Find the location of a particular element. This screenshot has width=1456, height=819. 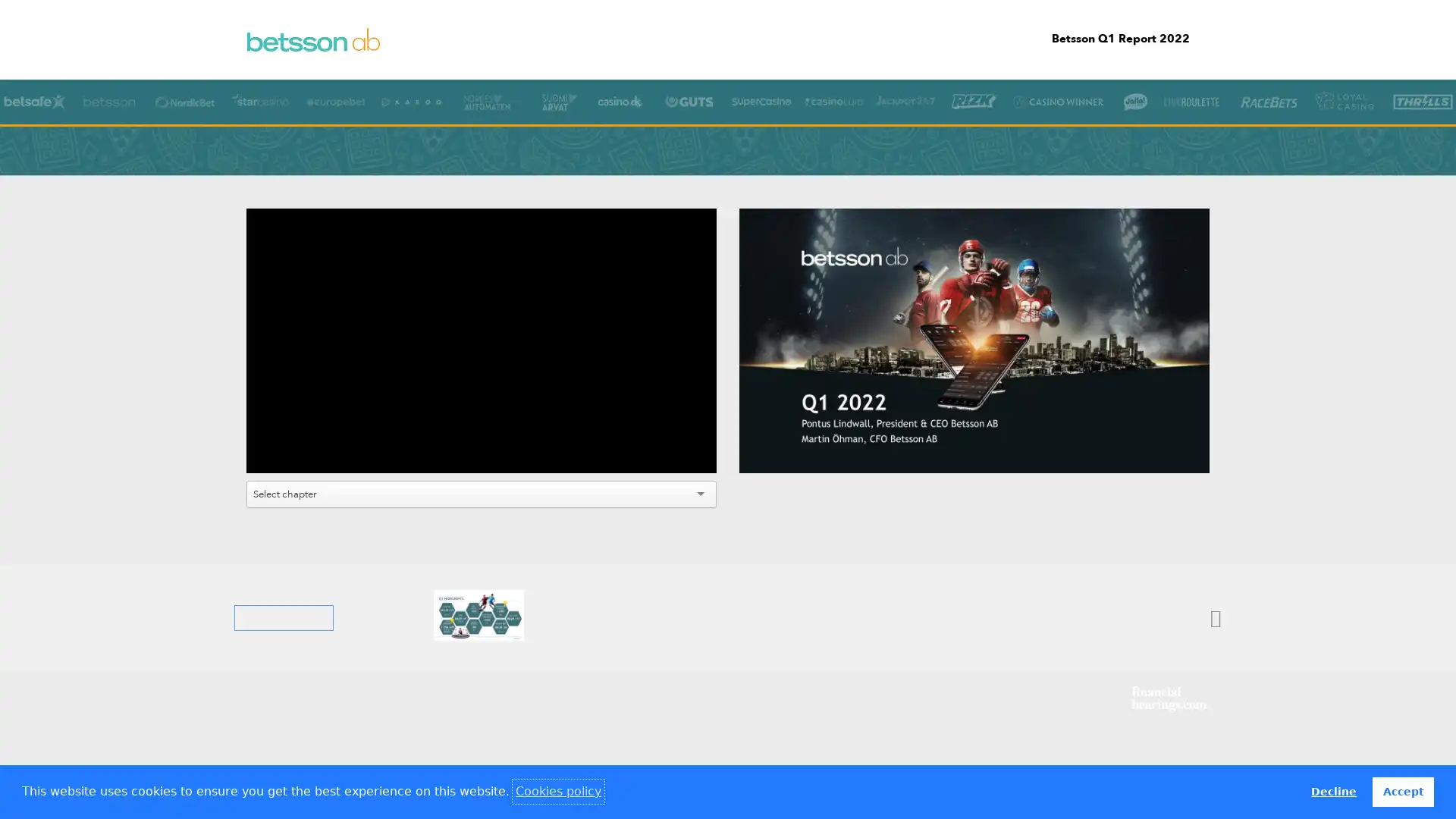

Fullscreen is located at coordinates (692, 449).